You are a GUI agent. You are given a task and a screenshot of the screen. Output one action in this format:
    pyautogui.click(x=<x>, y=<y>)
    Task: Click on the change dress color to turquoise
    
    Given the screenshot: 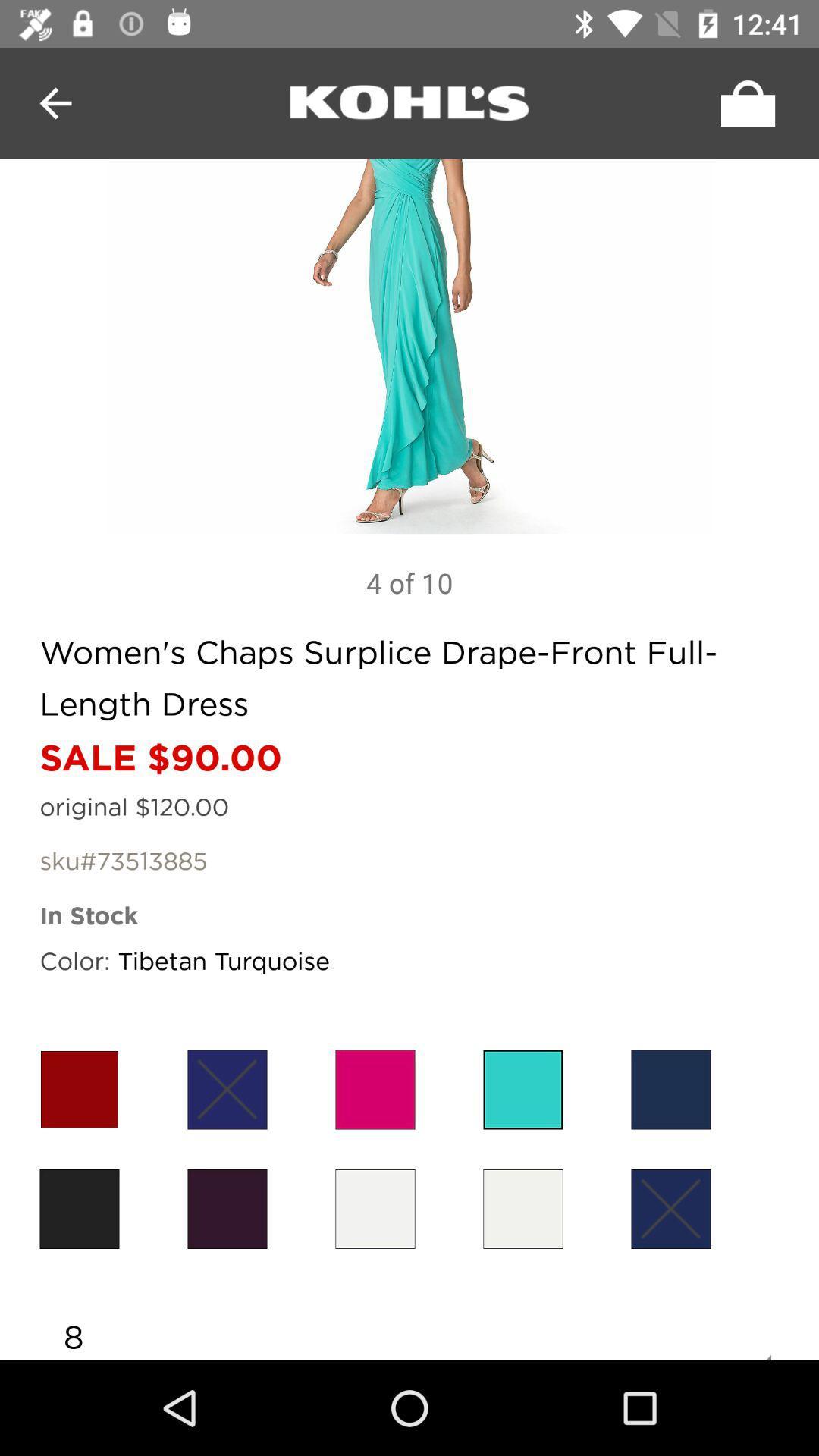 What is the action you would take?
    pyautogui.click(x=522, y=1088)
    